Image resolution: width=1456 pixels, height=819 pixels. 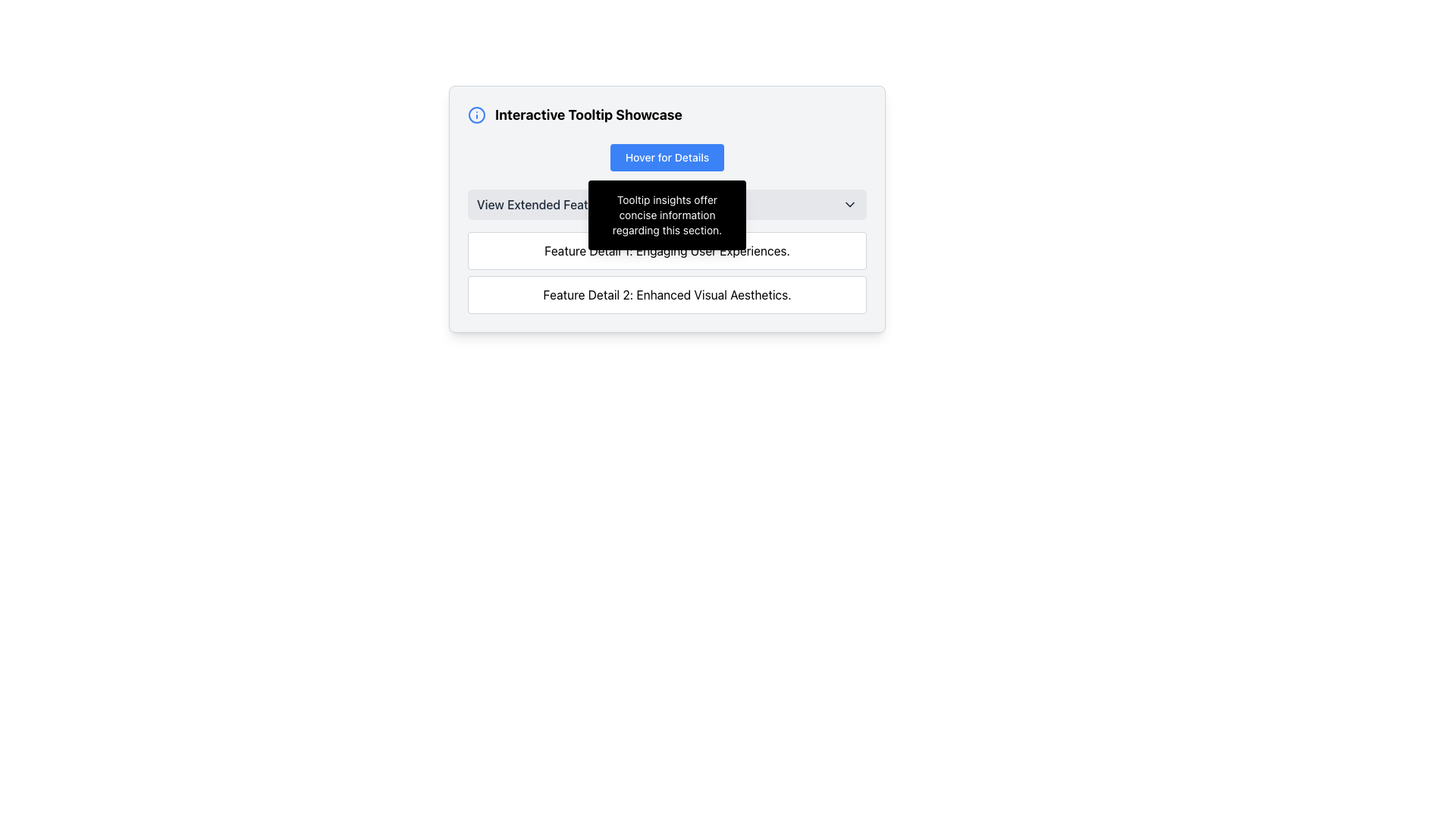 What do you see at coordinates (588, 114) in the screenshot?
I see `text from the Text Label located in the header section, positioned to the right of a blue circular information icon and above the 'Hover for Details' button` at bounding box center [588, 114].